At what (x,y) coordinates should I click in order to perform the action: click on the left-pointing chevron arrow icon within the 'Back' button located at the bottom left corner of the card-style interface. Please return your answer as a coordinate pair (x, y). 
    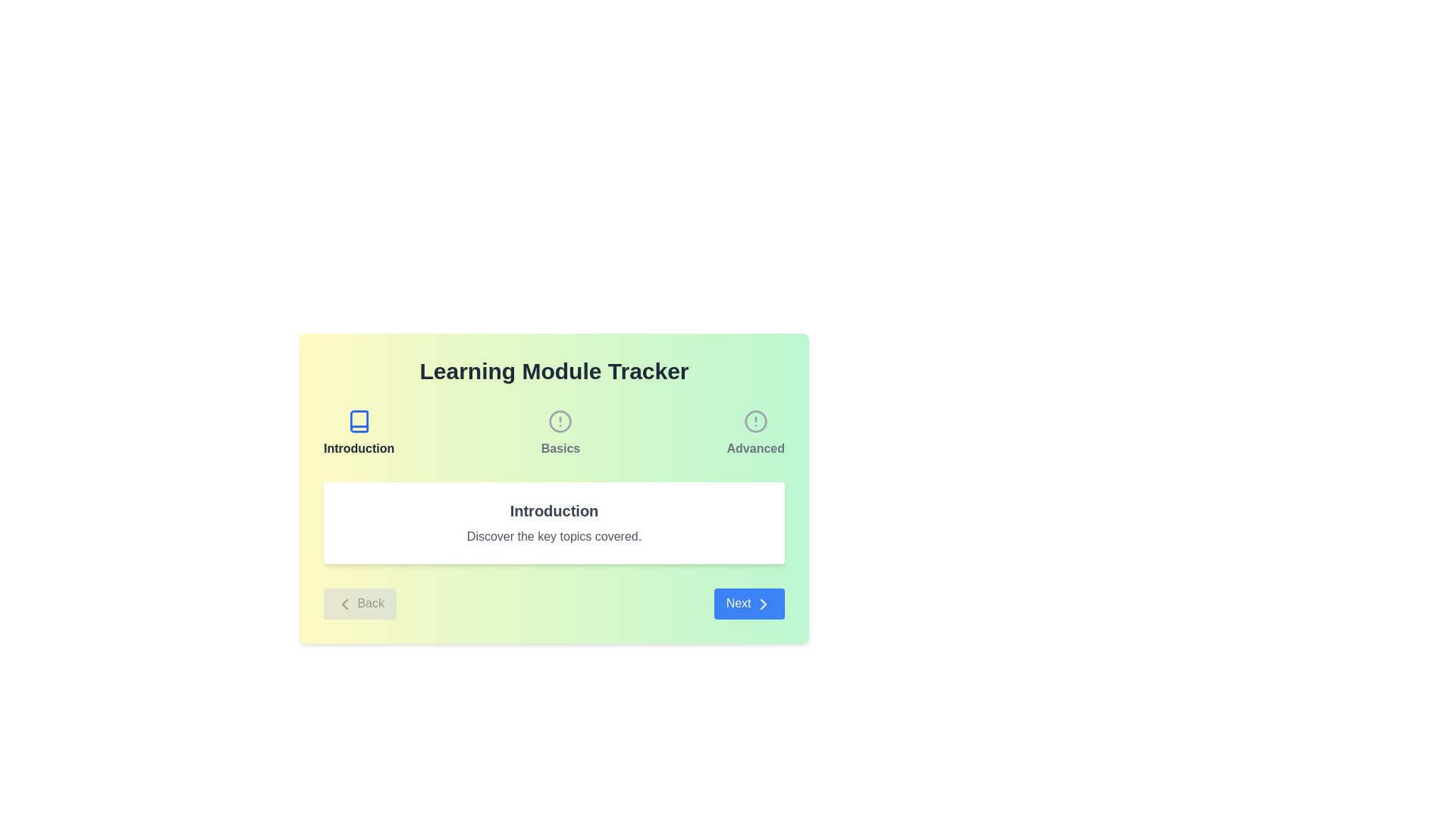
    Looking at the image, I should click on (344, 602).